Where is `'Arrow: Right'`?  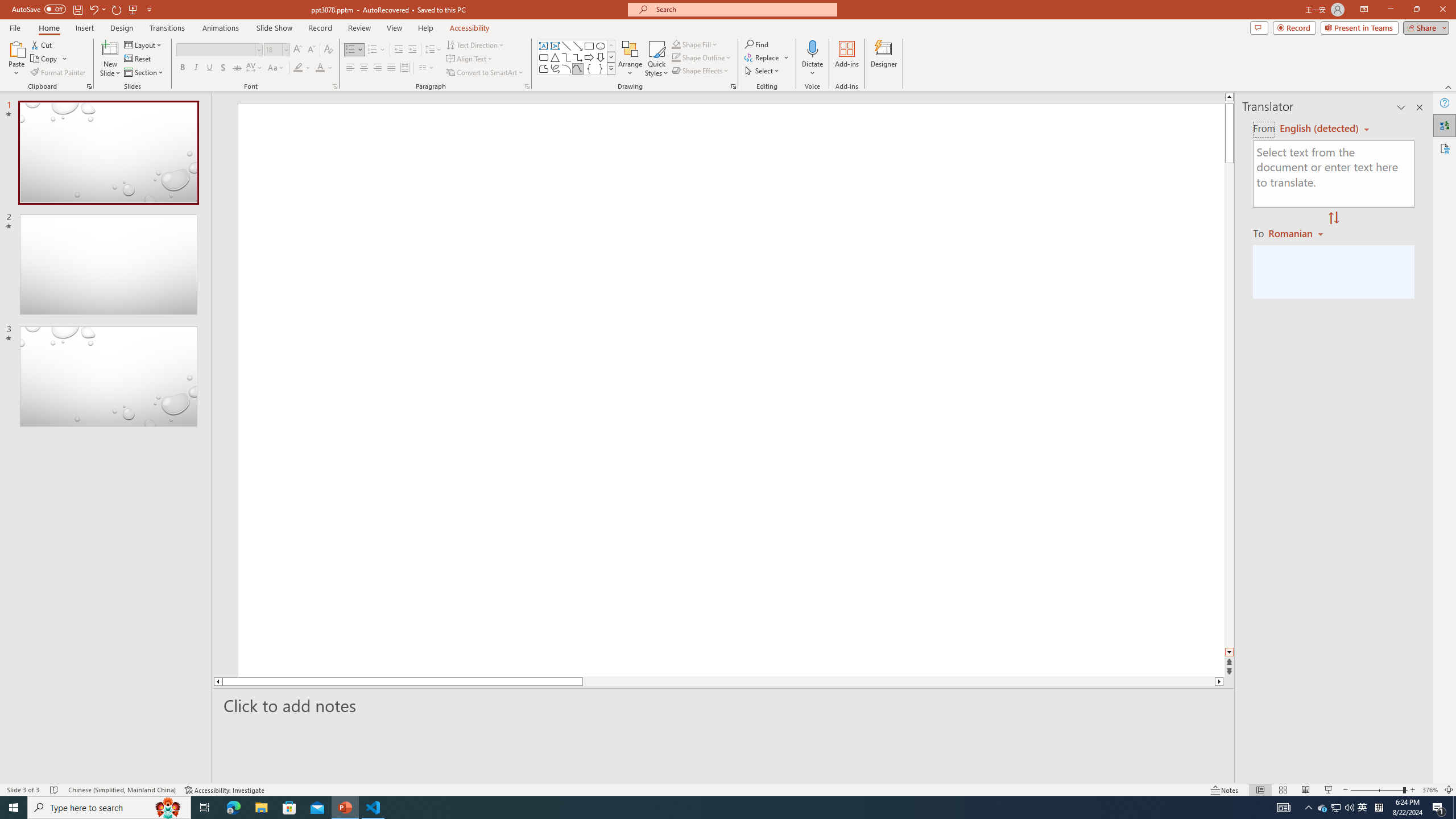 'Arrow: Right' is located at coordinates (589, 56).